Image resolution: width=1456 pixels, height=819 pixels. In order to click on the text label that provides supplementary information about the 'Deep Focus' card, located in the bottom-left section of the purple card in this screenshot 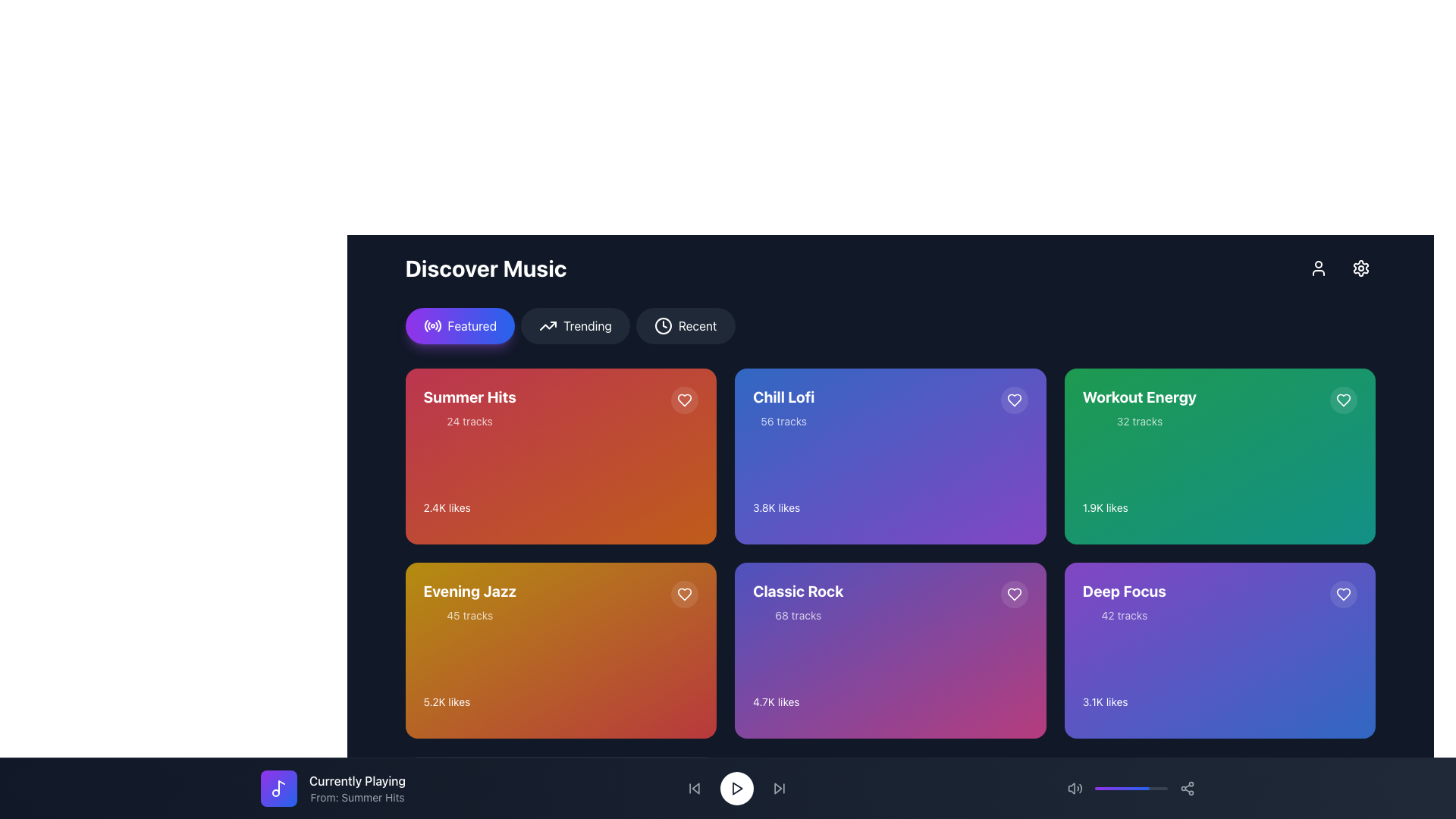, I will do `click(1124, 616)`.